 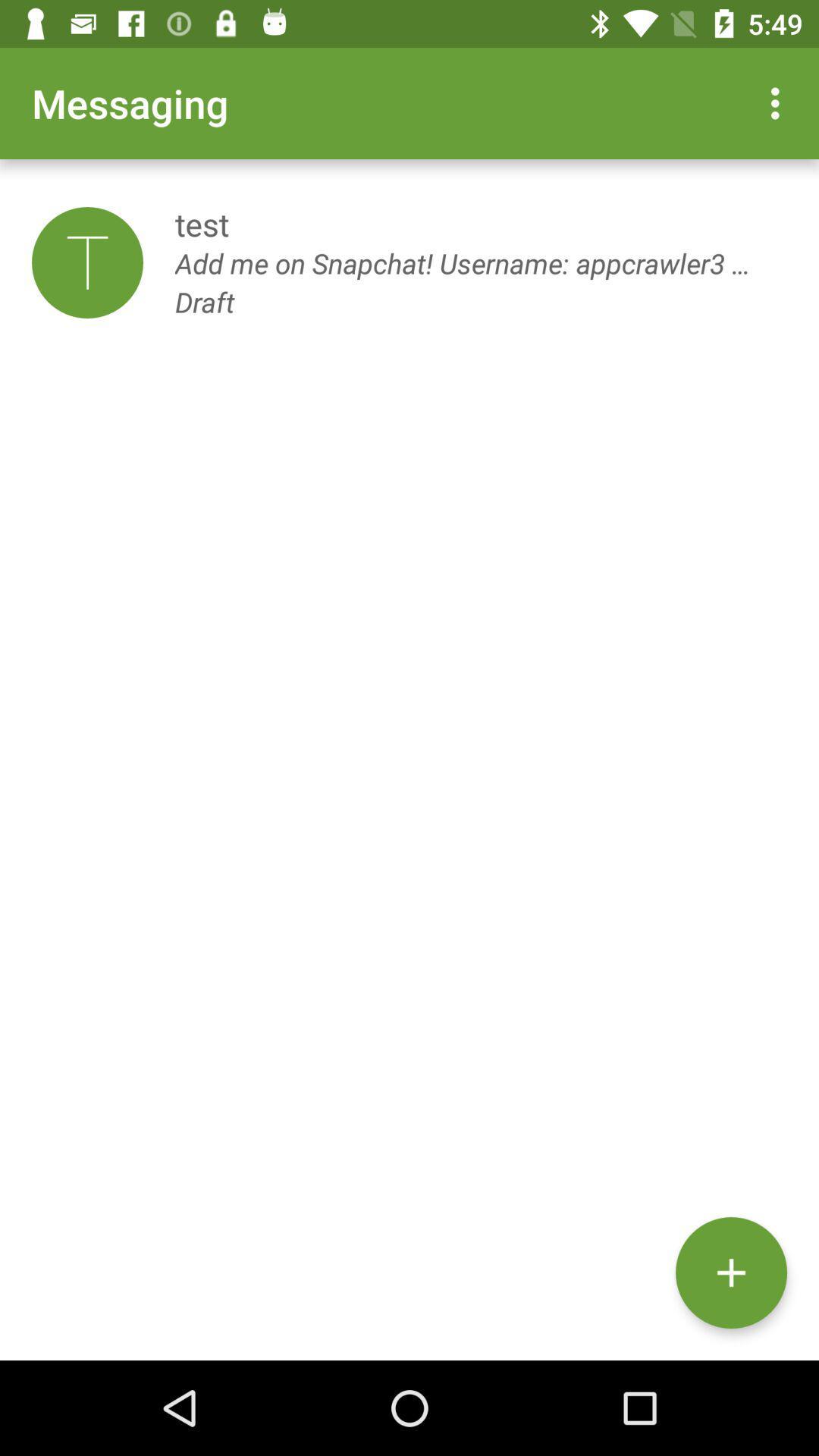 I want to click on the item above the test, so click(x=779, y=102).